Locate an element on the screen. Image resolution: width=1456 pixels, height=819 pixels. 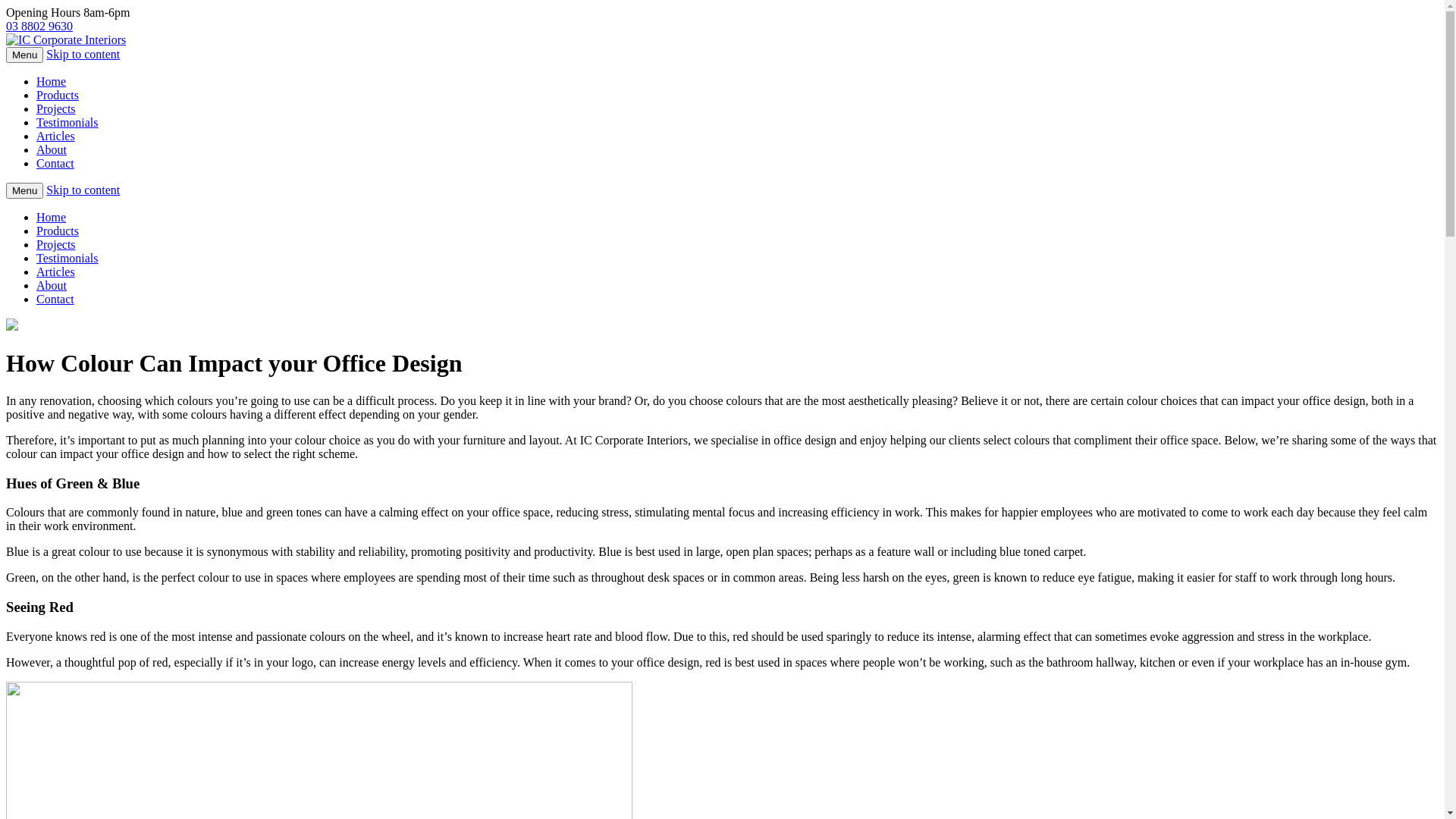
'Contact' is located at coordinates (36, 299).